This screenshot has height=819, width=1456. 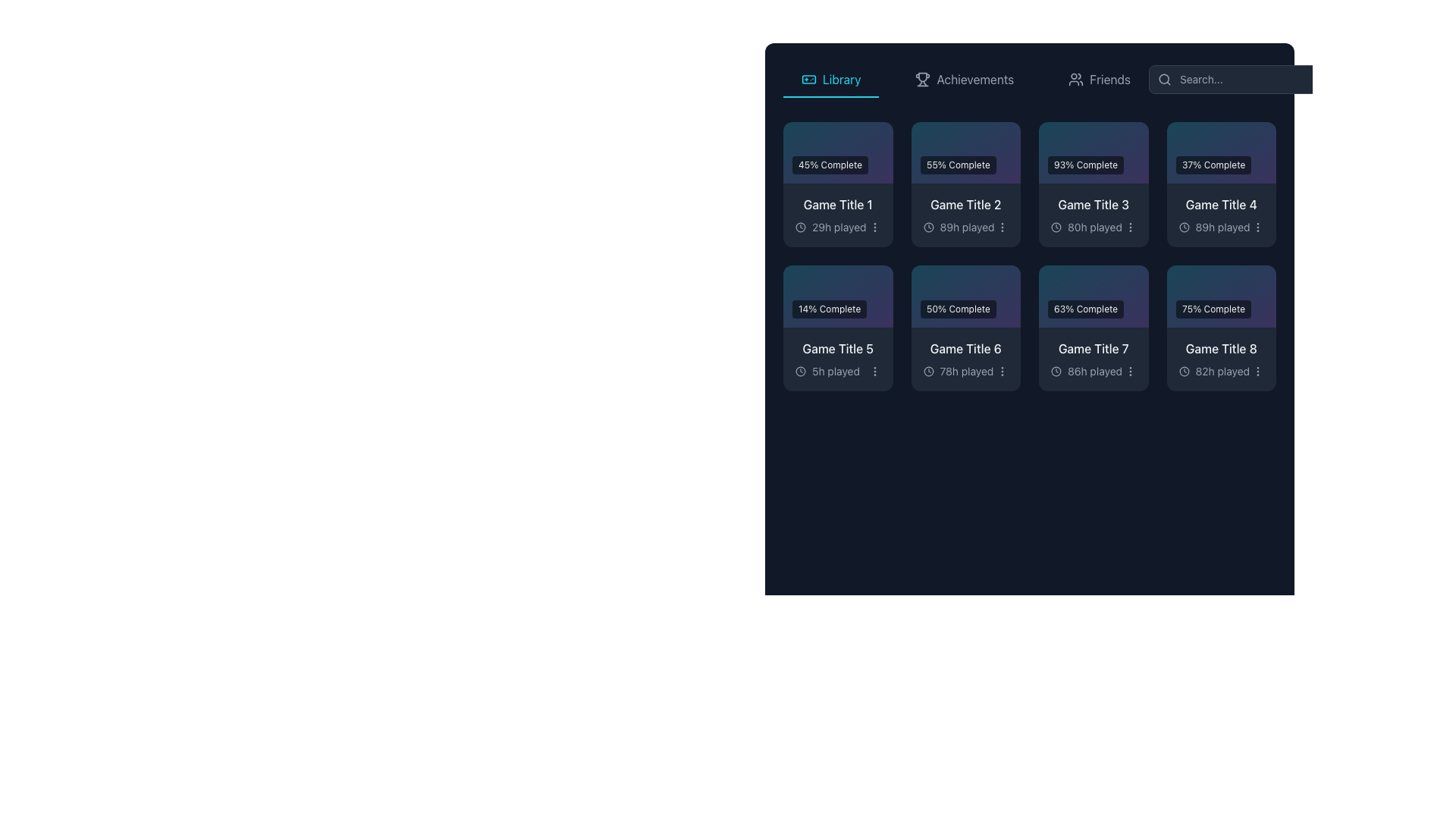 I want to click on the clock icon representing 82 hours played, which is located to the left of the text '82h played' in the second row of the grid layout for 'Game Title 8', so click(x=1183, y=371).